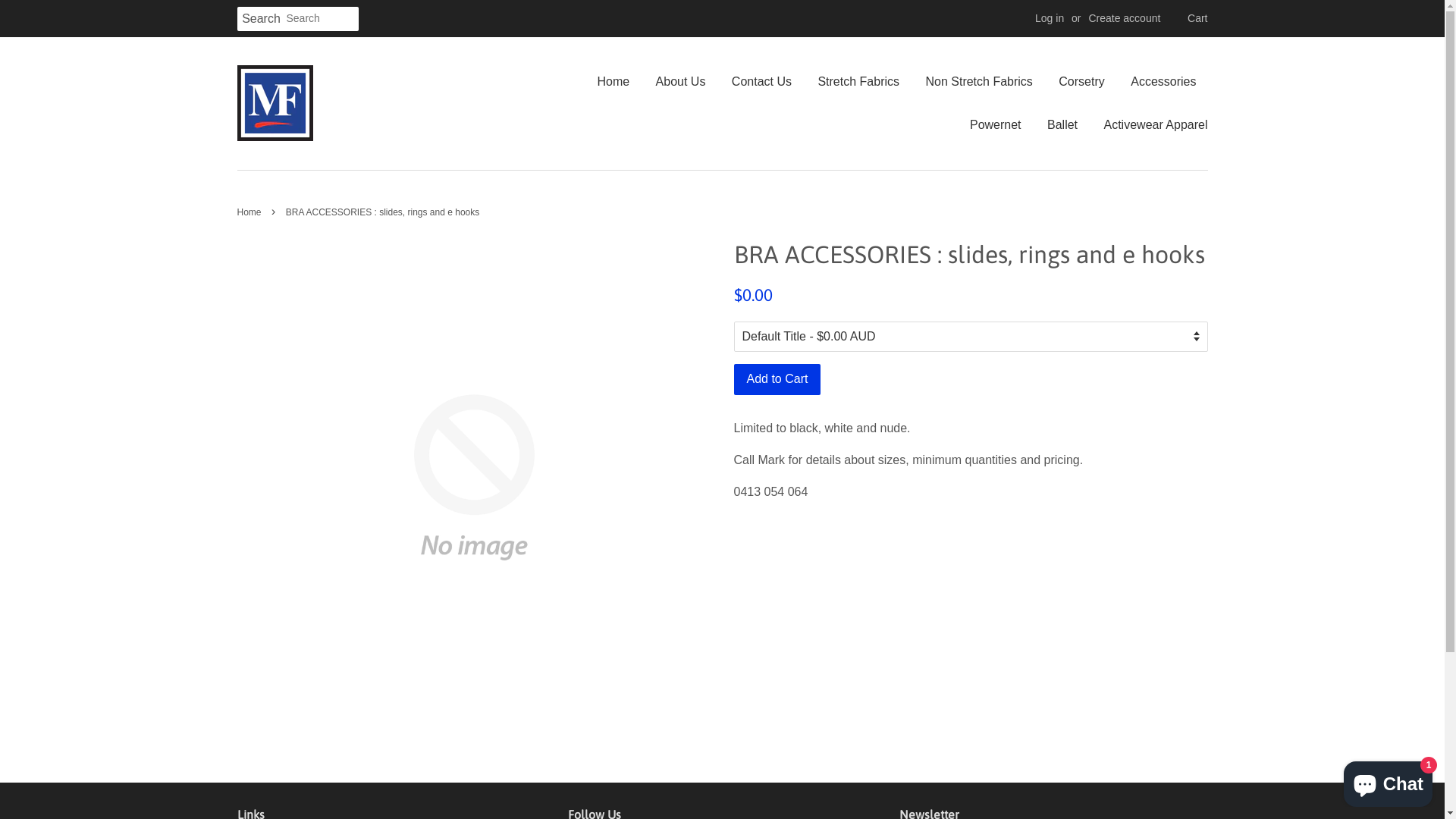  I want to click on 'Non Stretch Fabrics', so click(912, 81).